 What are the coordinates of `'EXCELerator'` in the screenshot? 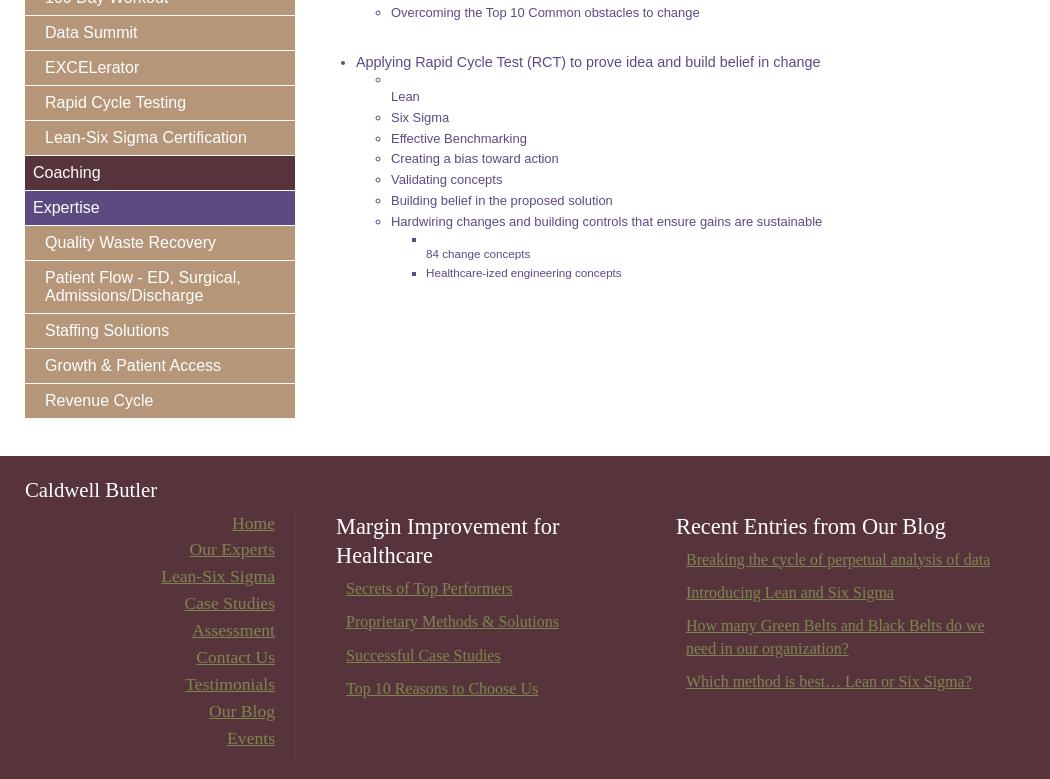 It's located at (91, 67).